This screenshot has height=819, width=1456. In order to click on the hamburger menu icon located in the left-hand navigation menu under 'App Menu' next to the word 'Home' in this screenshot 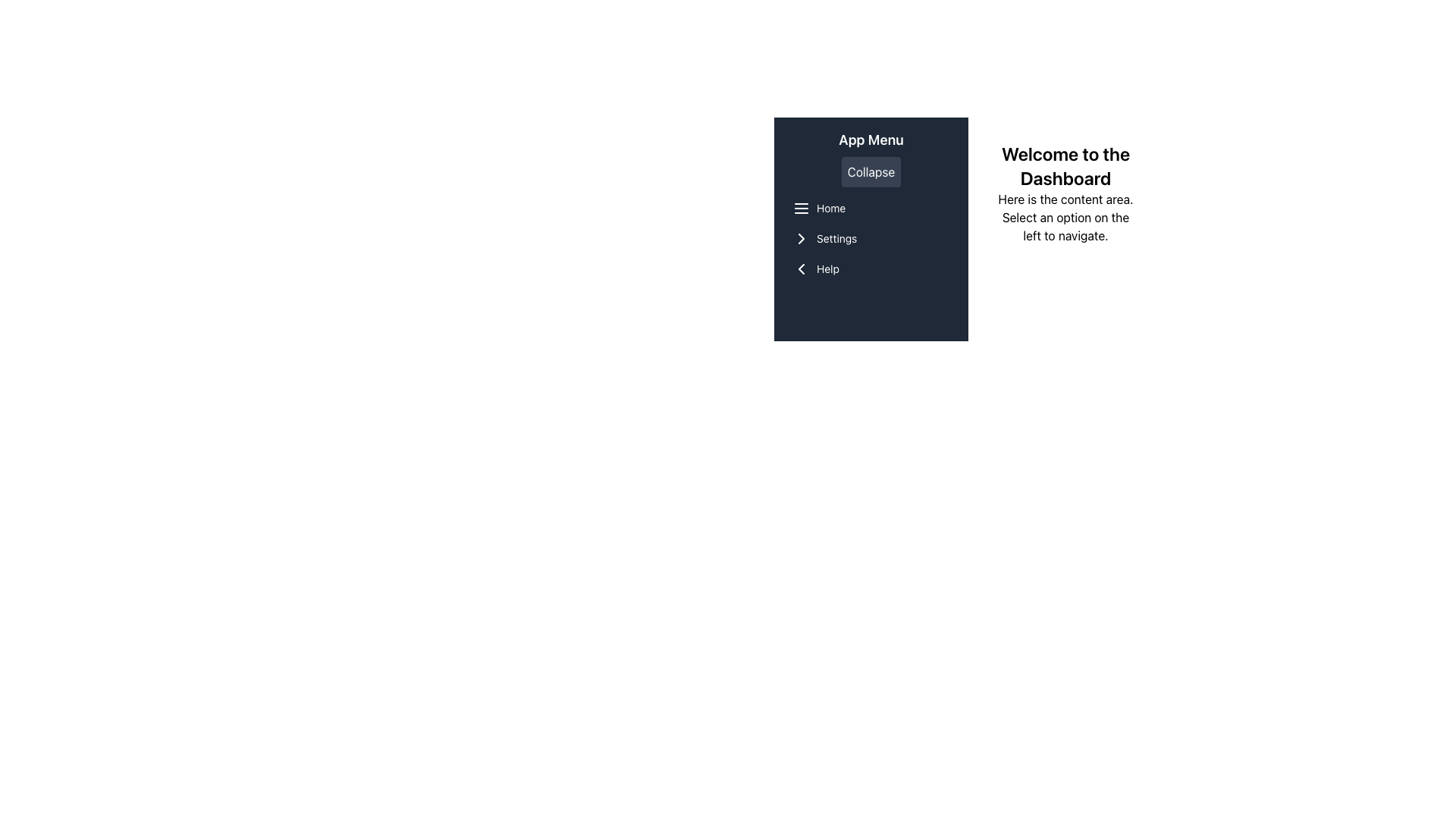, I will do `click(800, 208)`.